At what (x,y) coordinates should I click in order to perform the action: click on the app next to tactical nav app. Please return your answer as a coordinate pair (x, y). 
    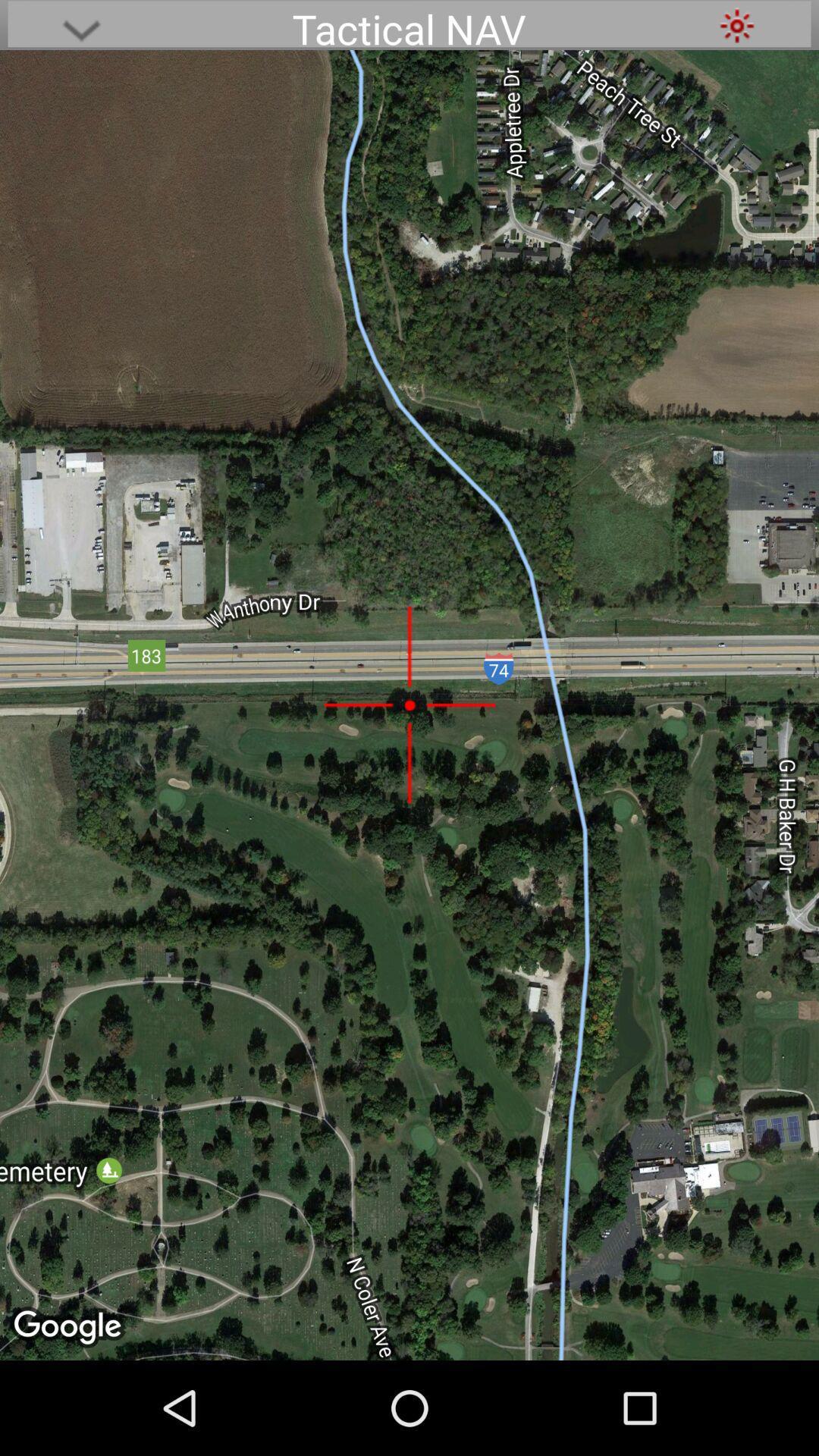
    Looking at the image, I should click on (736, 25).